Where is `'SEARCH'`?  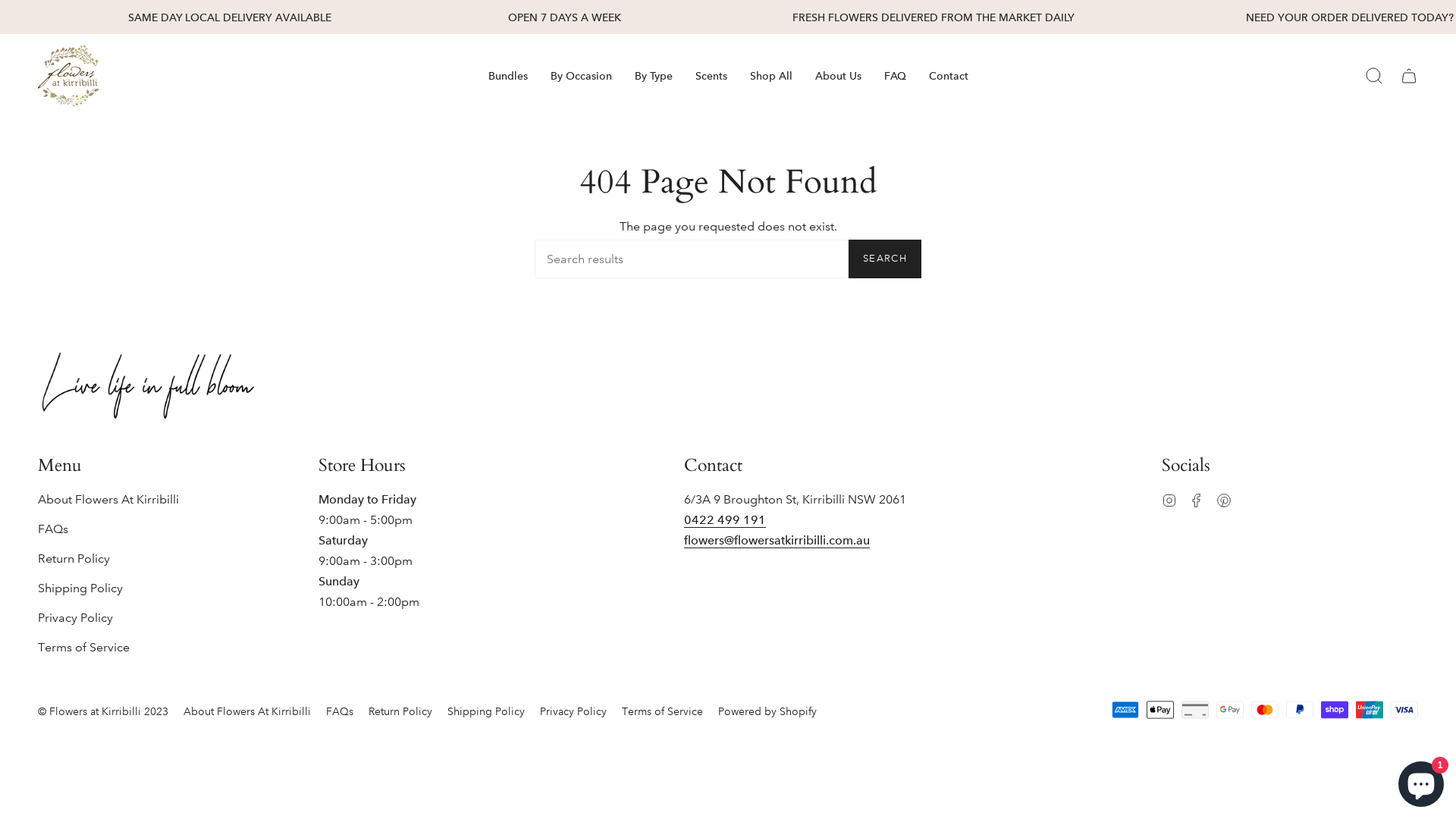 'SEARCH' is located at coordinates (847, 258).